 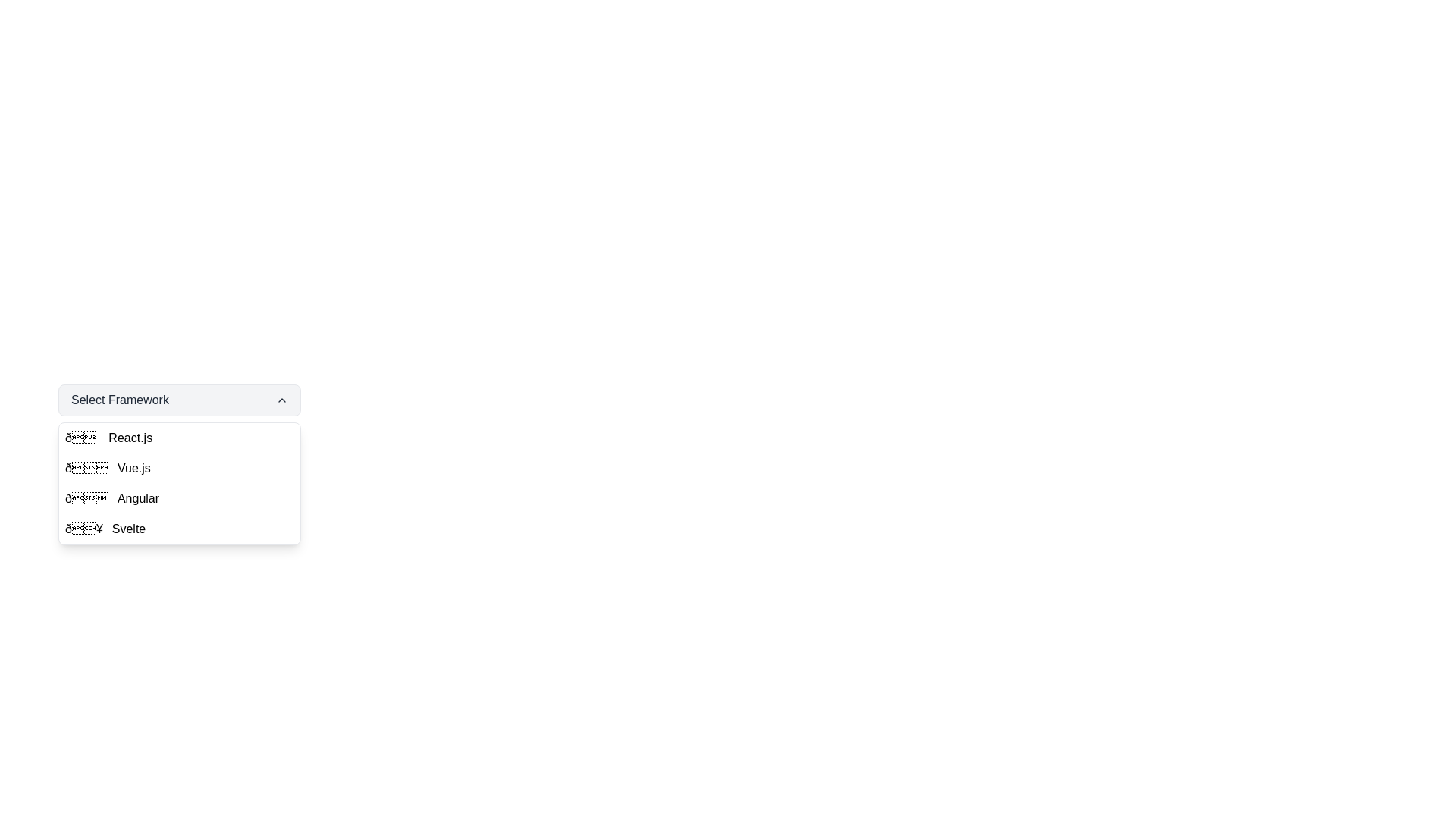 I want to click on the decorative icon located to the left of the 'React.js' text in the dropdown menu under 'Select Framework' for selection, so click(x=81, y=438).